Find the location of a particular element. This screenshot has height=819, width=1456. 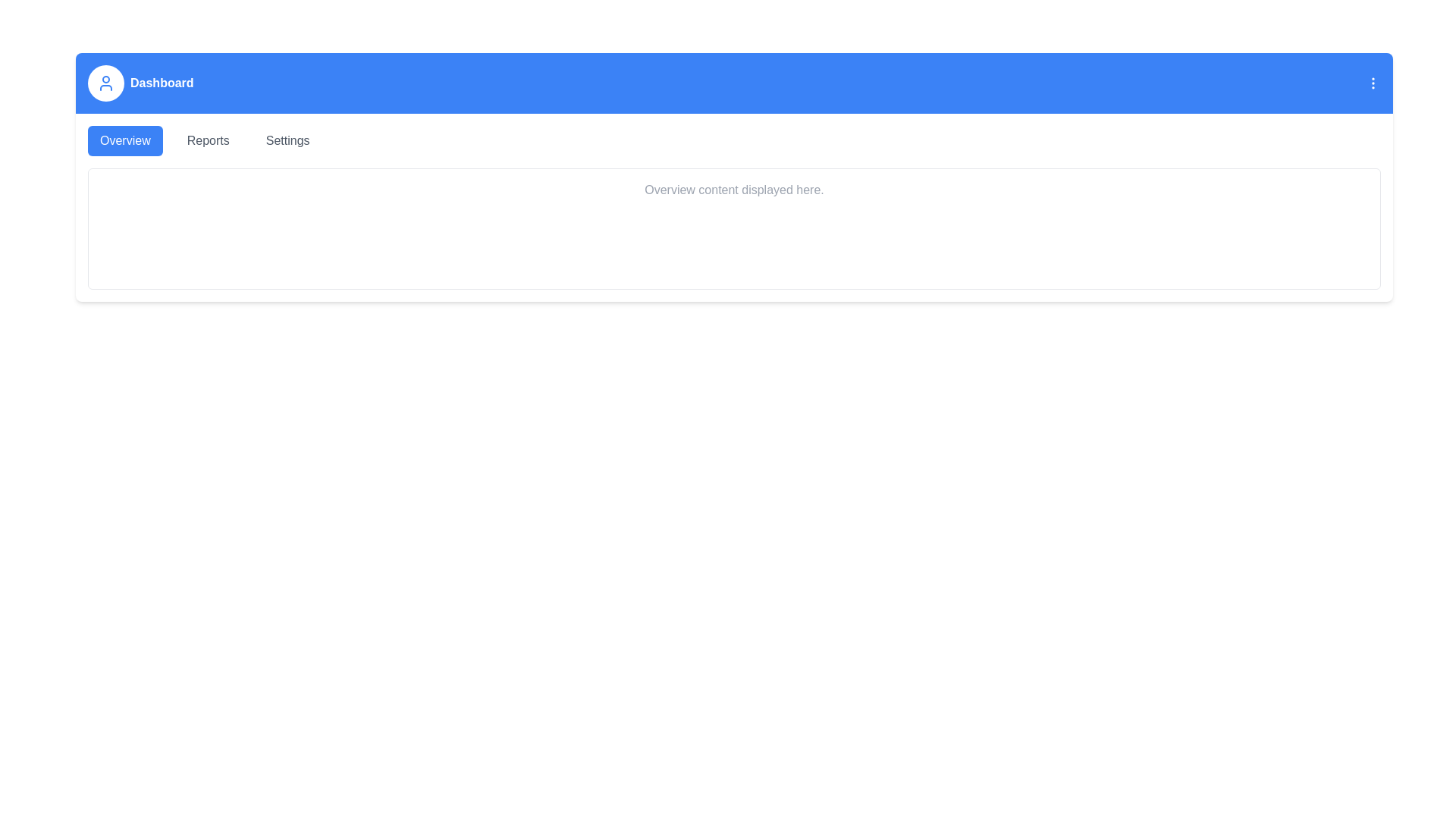

the circular button-like component with a blue user icon located in the top-left corner adjacent to the text 'Dashboard' is located at coordinates (105, 83).